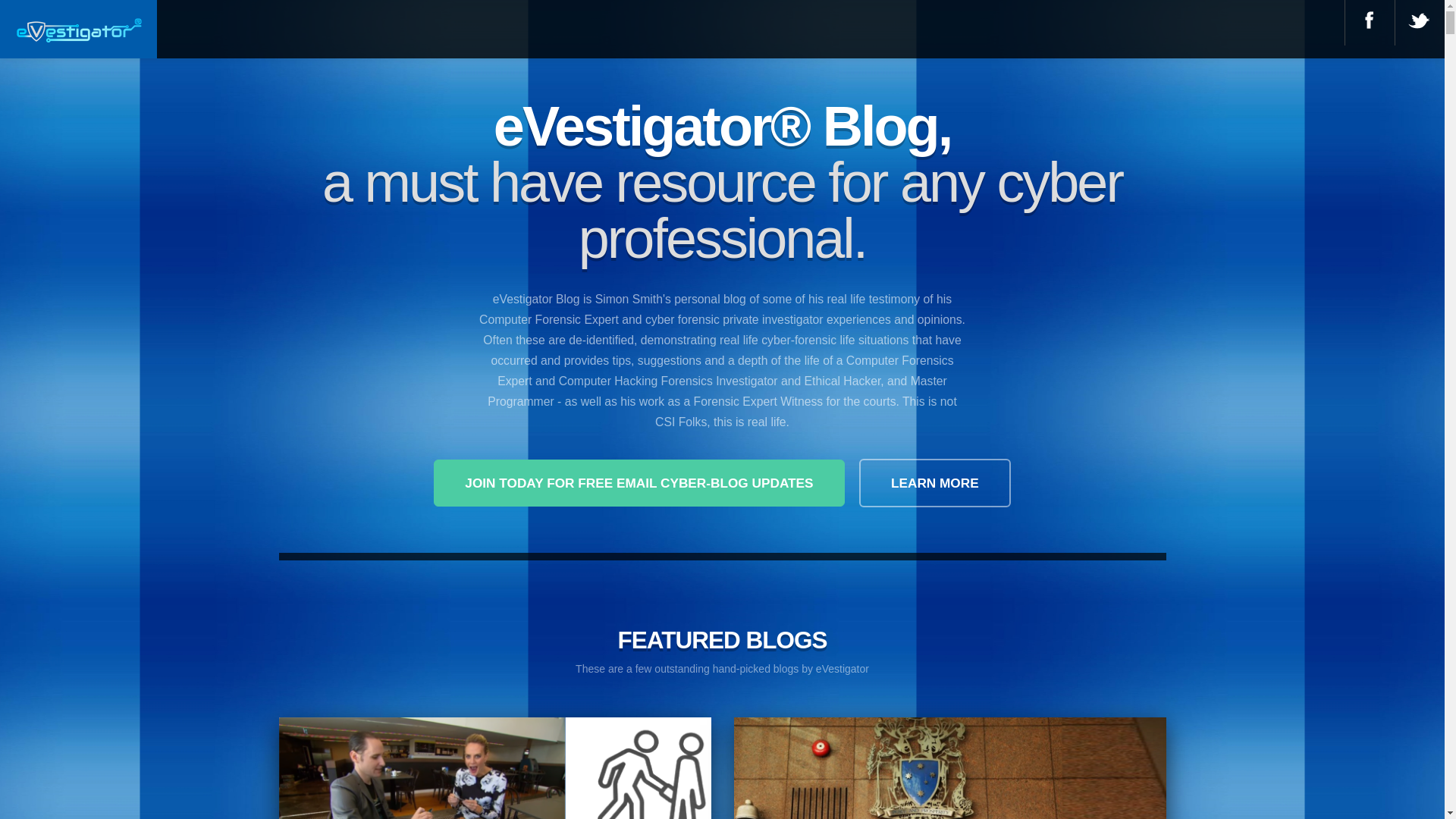 The width and height of the screenshot is (1456, 819). Describe the element at coordinates (1366, 20) in the screenshot. I see `'@ Facebook'` at that location.